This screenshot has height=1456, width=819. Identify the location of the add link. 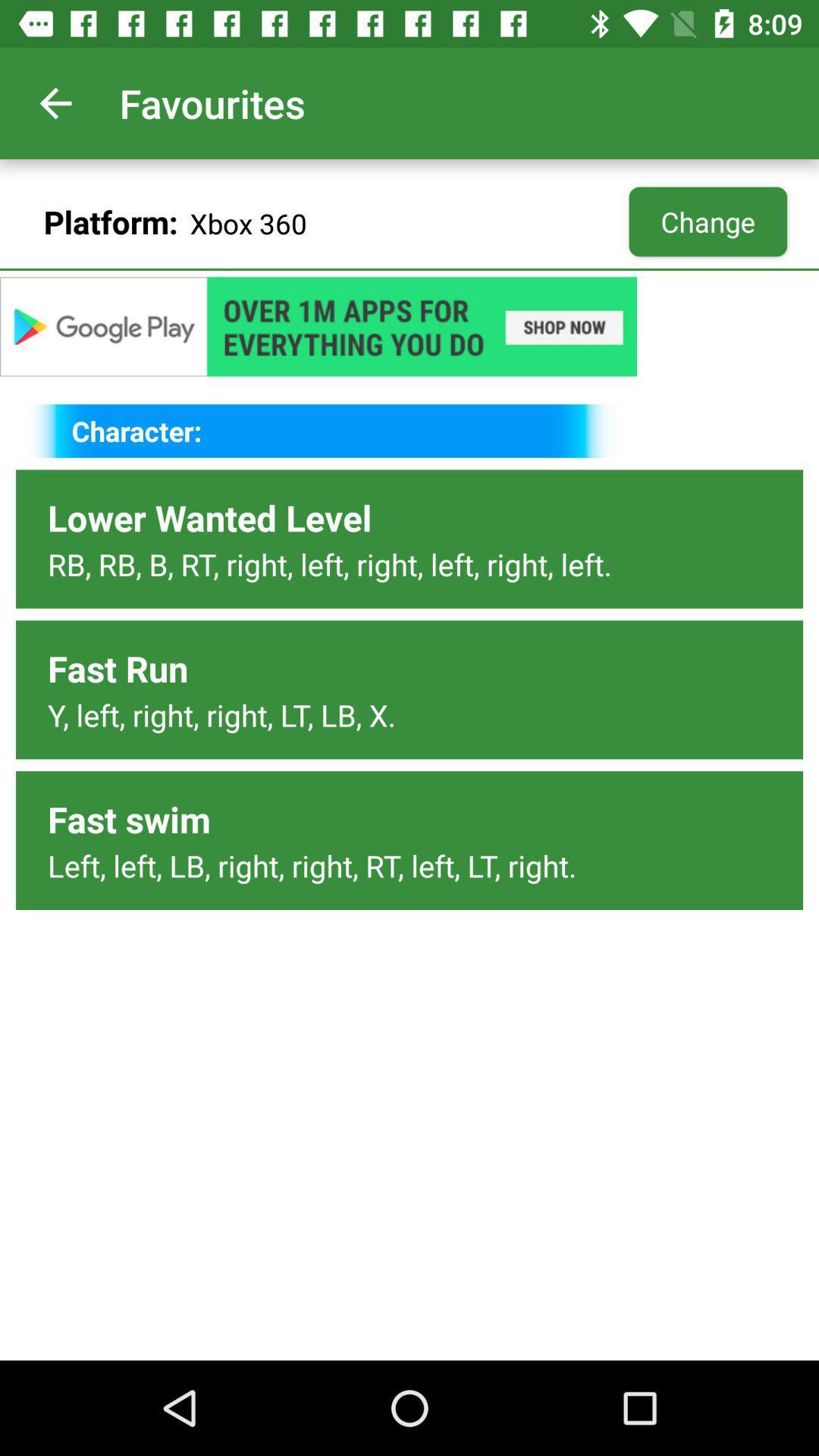
(409, 325).